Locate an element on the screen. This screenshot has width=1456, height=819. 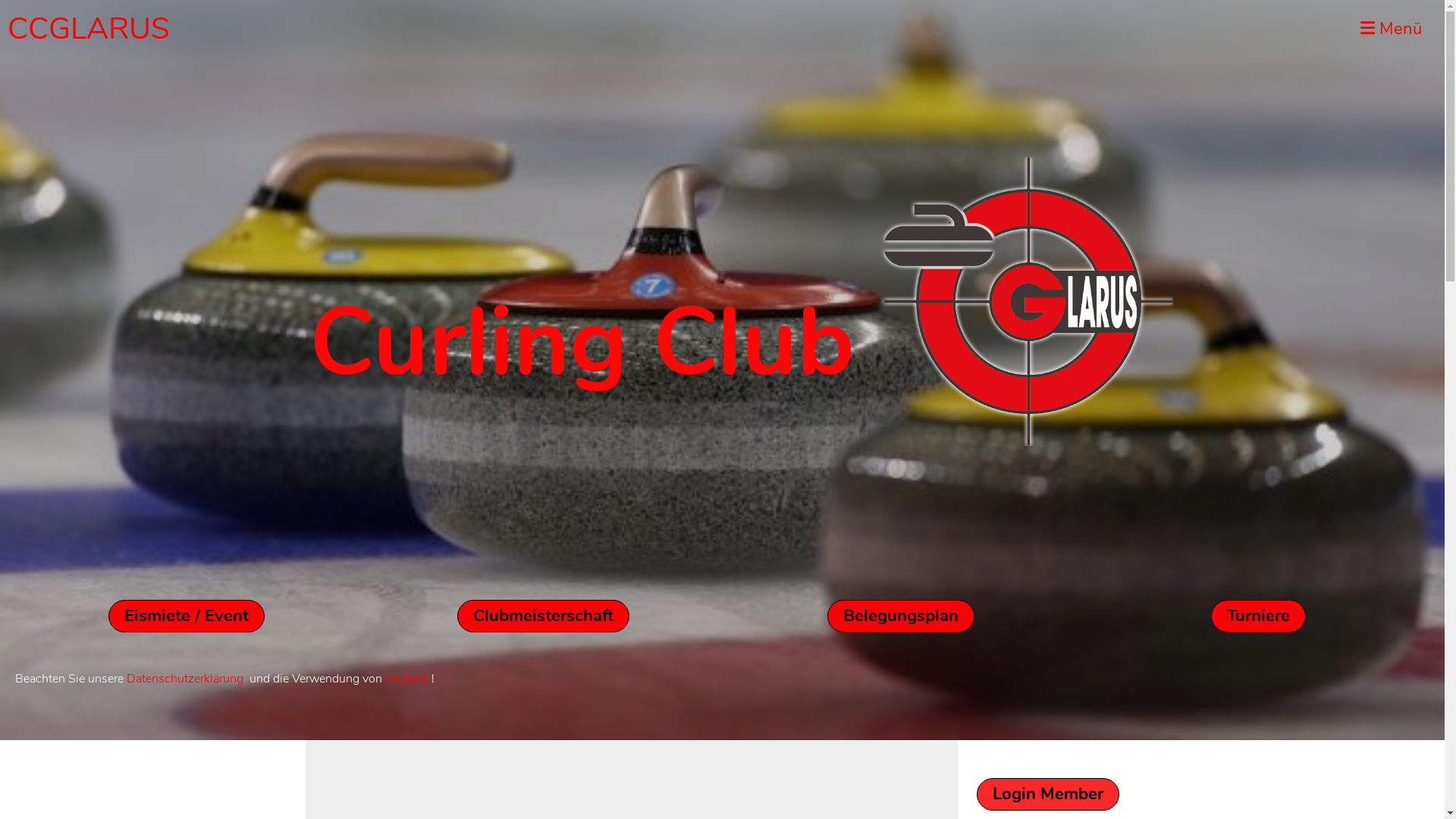
'Eismiete / Event' is located at coordinates (108, 616).